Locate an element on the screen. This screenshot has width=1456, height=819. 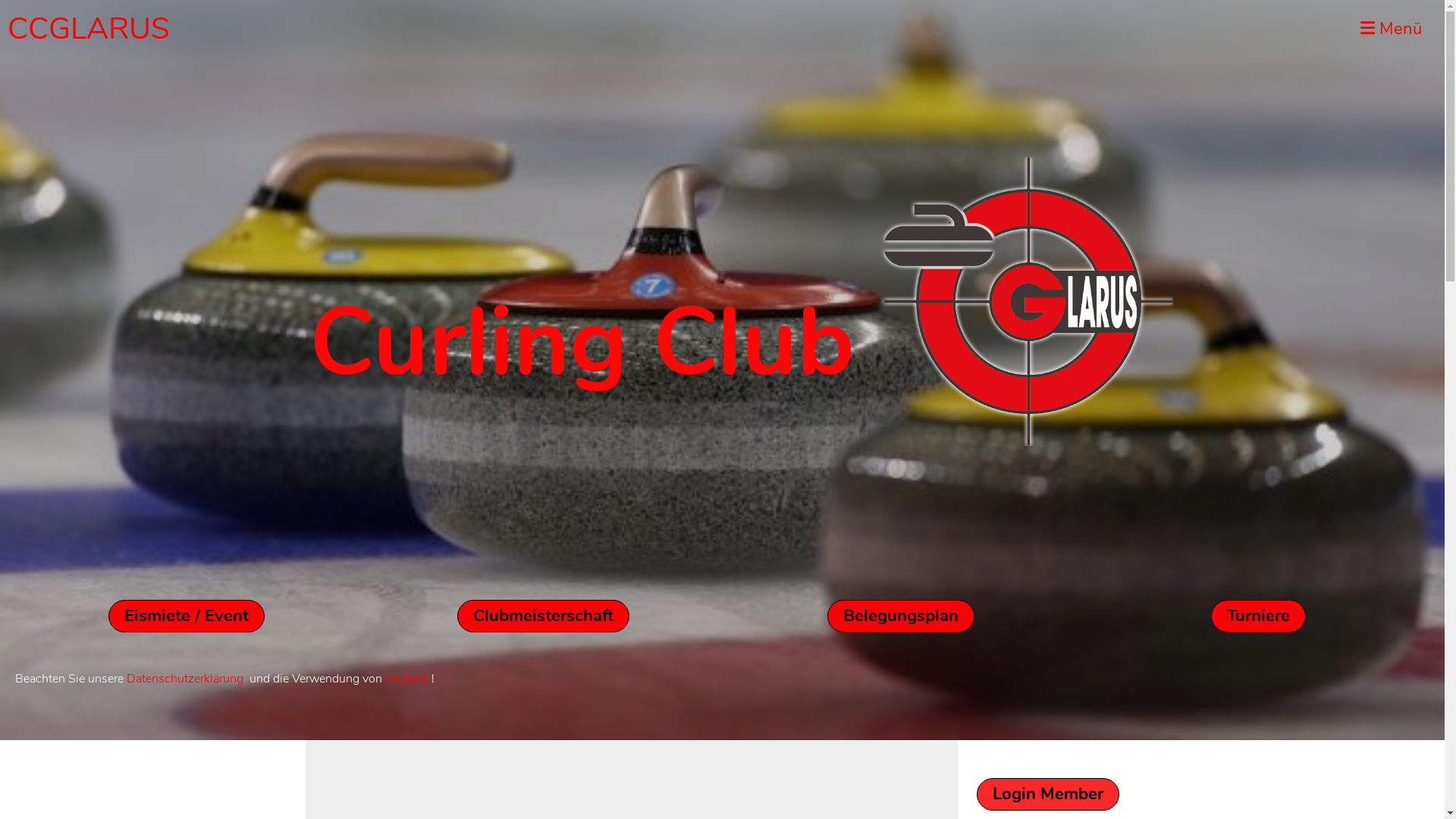
'Eismiete / Event' is located at coordinates (108, 616).